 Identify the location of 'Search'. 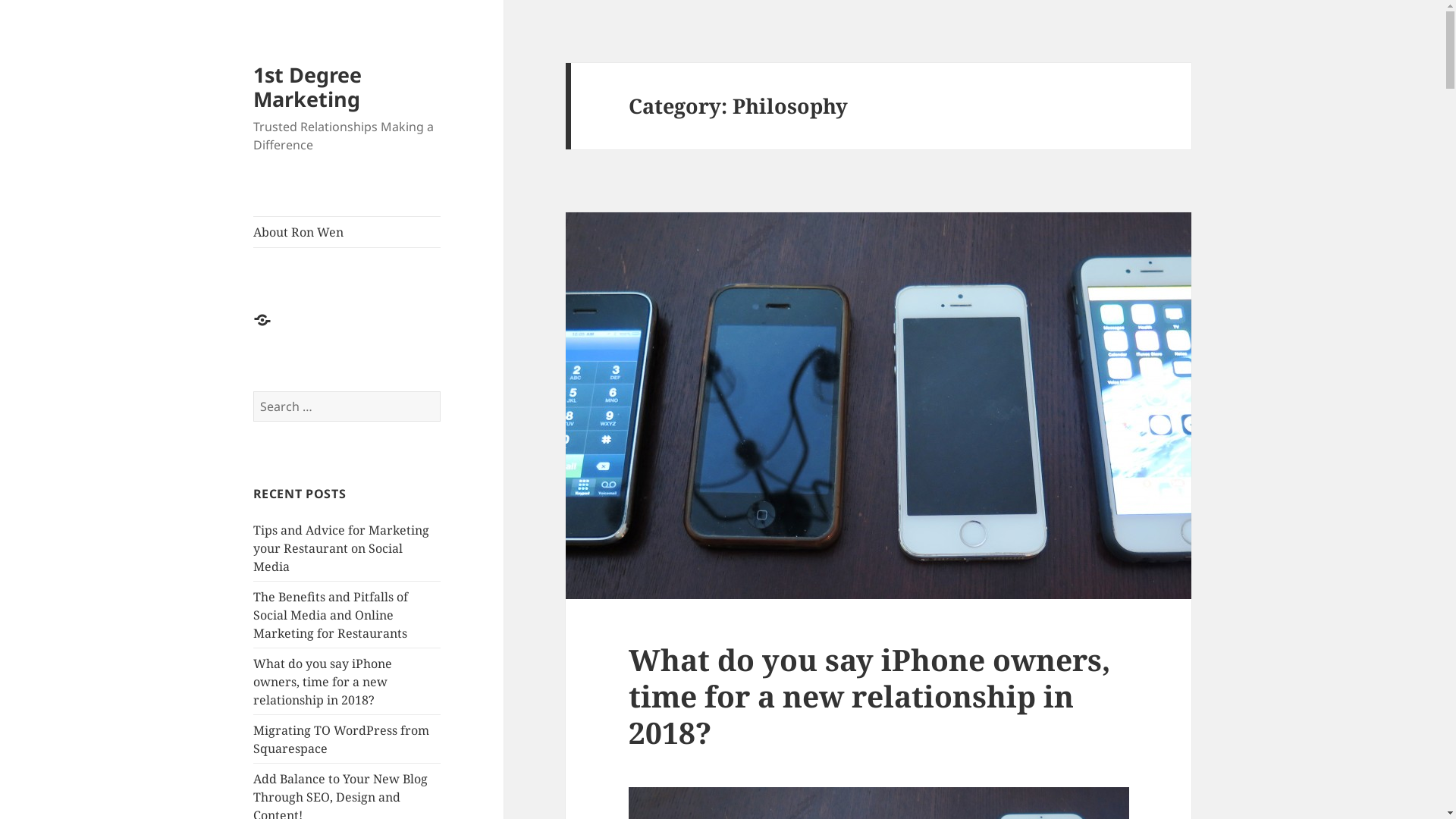
(440, 391).